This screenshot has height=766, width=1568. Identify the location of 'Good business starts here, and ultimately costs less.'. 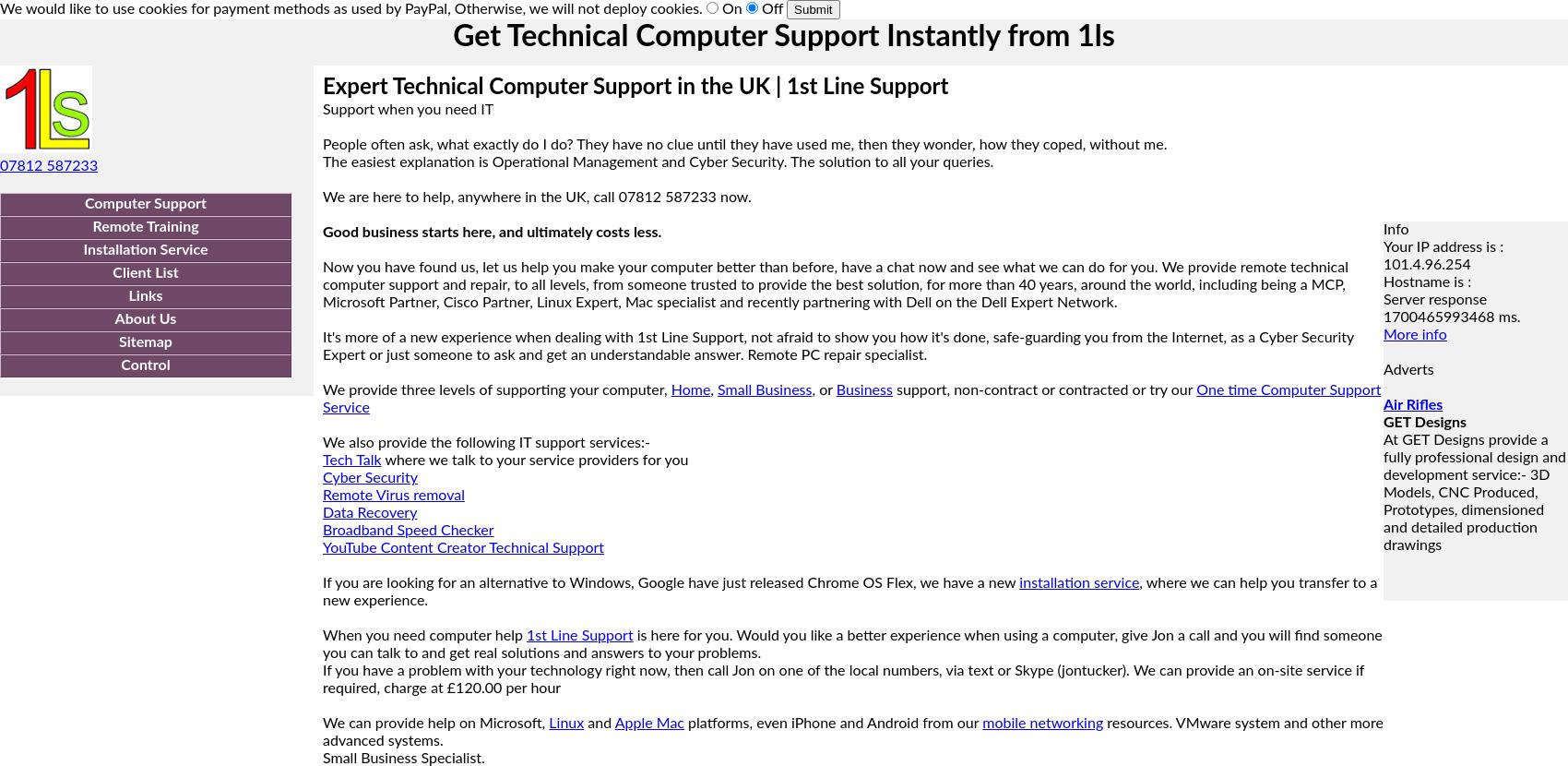
(491, 232).